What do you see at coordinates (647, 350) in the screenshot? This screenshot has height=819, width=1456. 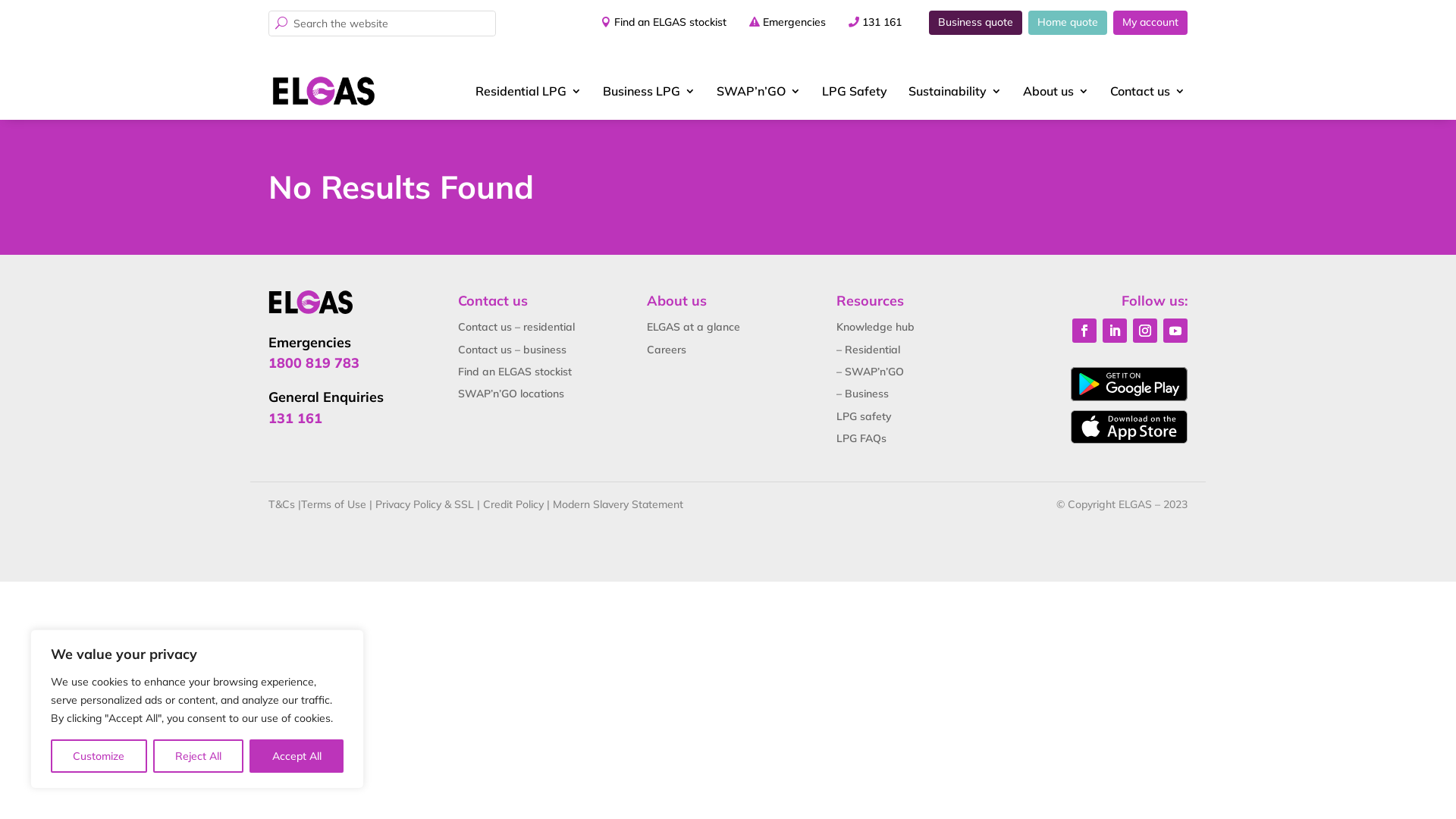 I see `'Careers'` at bounding box center [647, 350].